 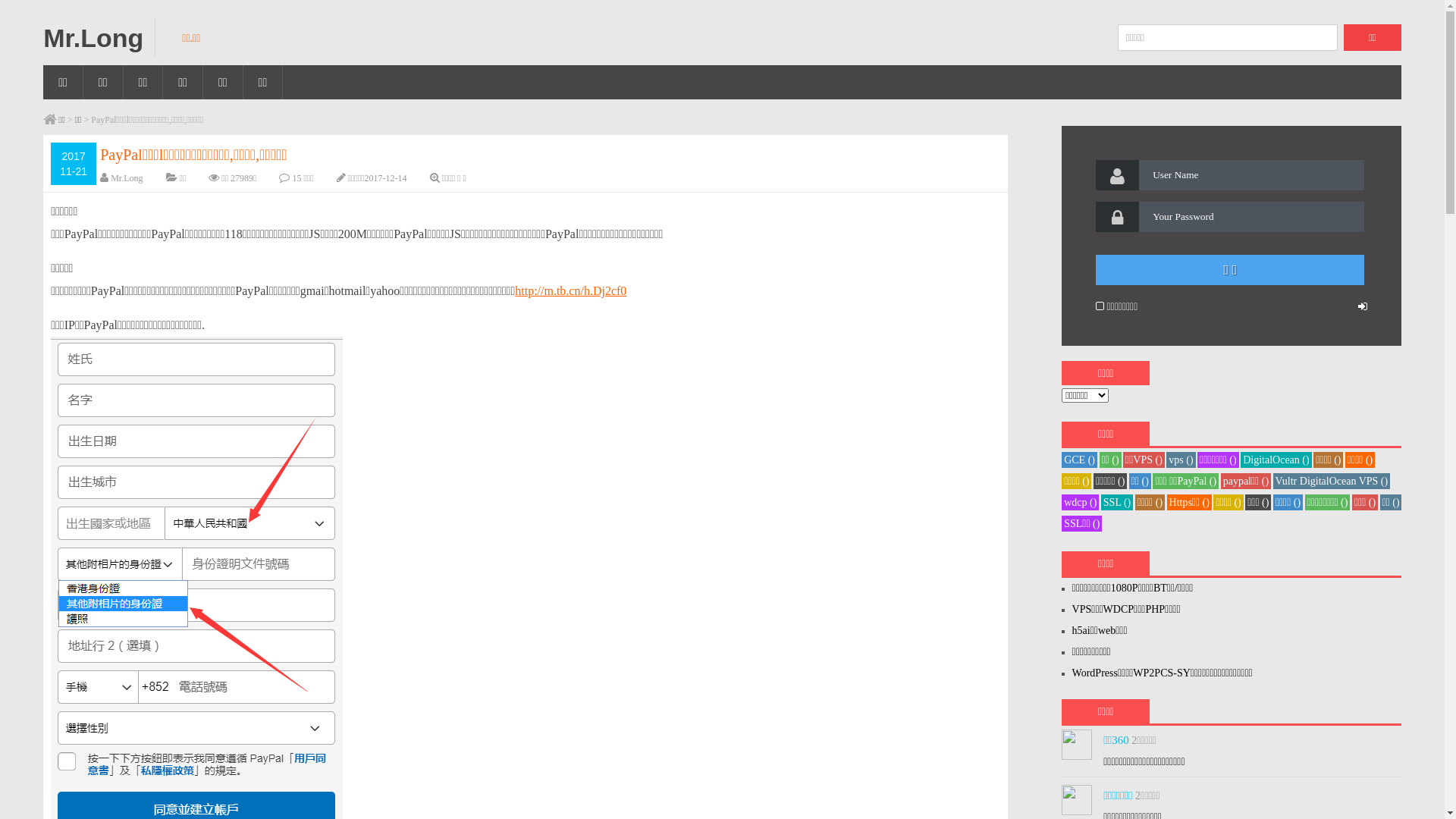 What do you see at coordinates (1275, 459) in the screenshot?
I see `'DigitalOcean ()'` at bounding box center [1275, 459].